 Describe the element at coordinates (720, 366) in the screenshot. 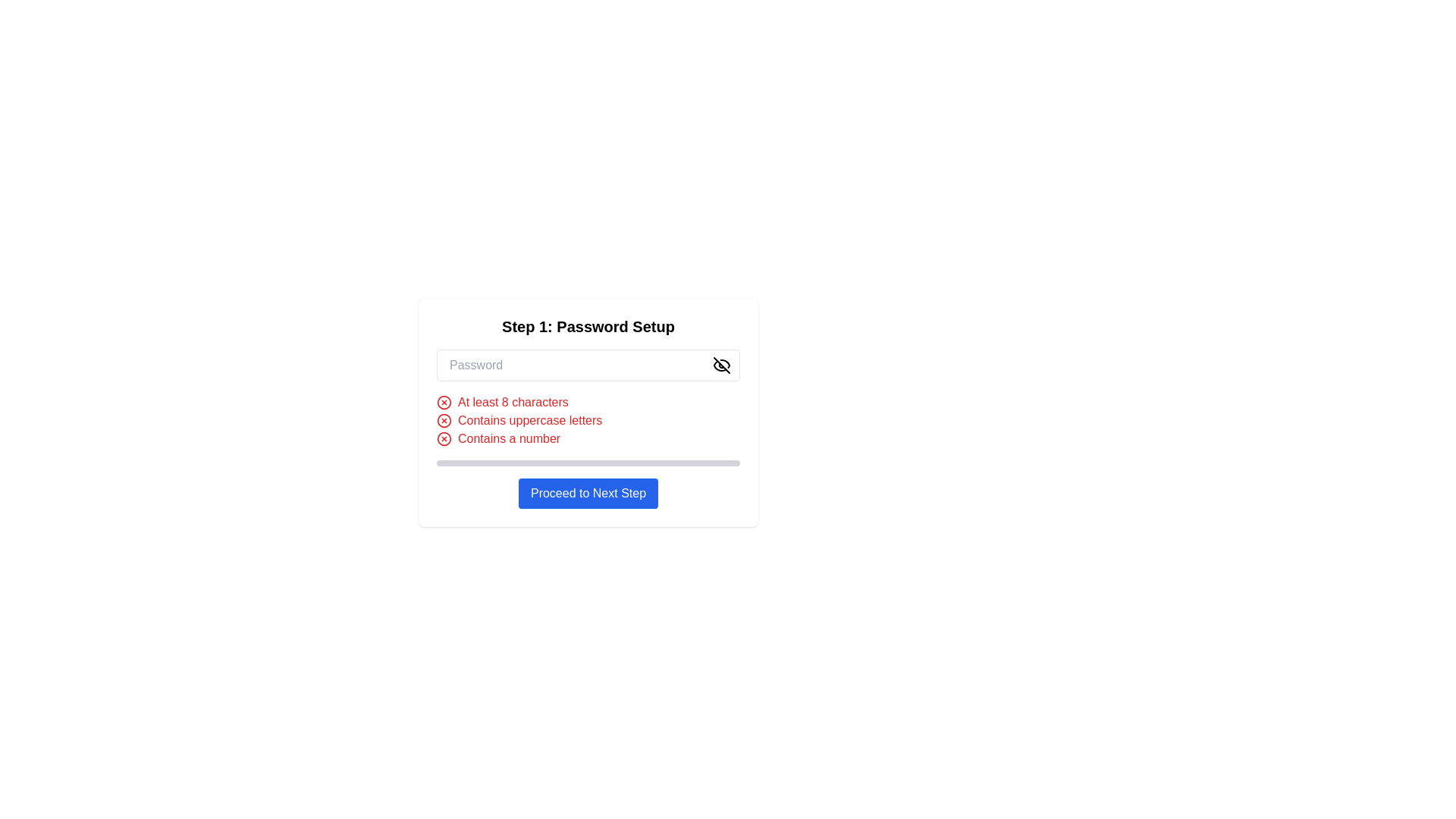

I see `the eye icon with a slash crossing it, which serves as a visibility toggle button located to the right of the password input field` at that location.